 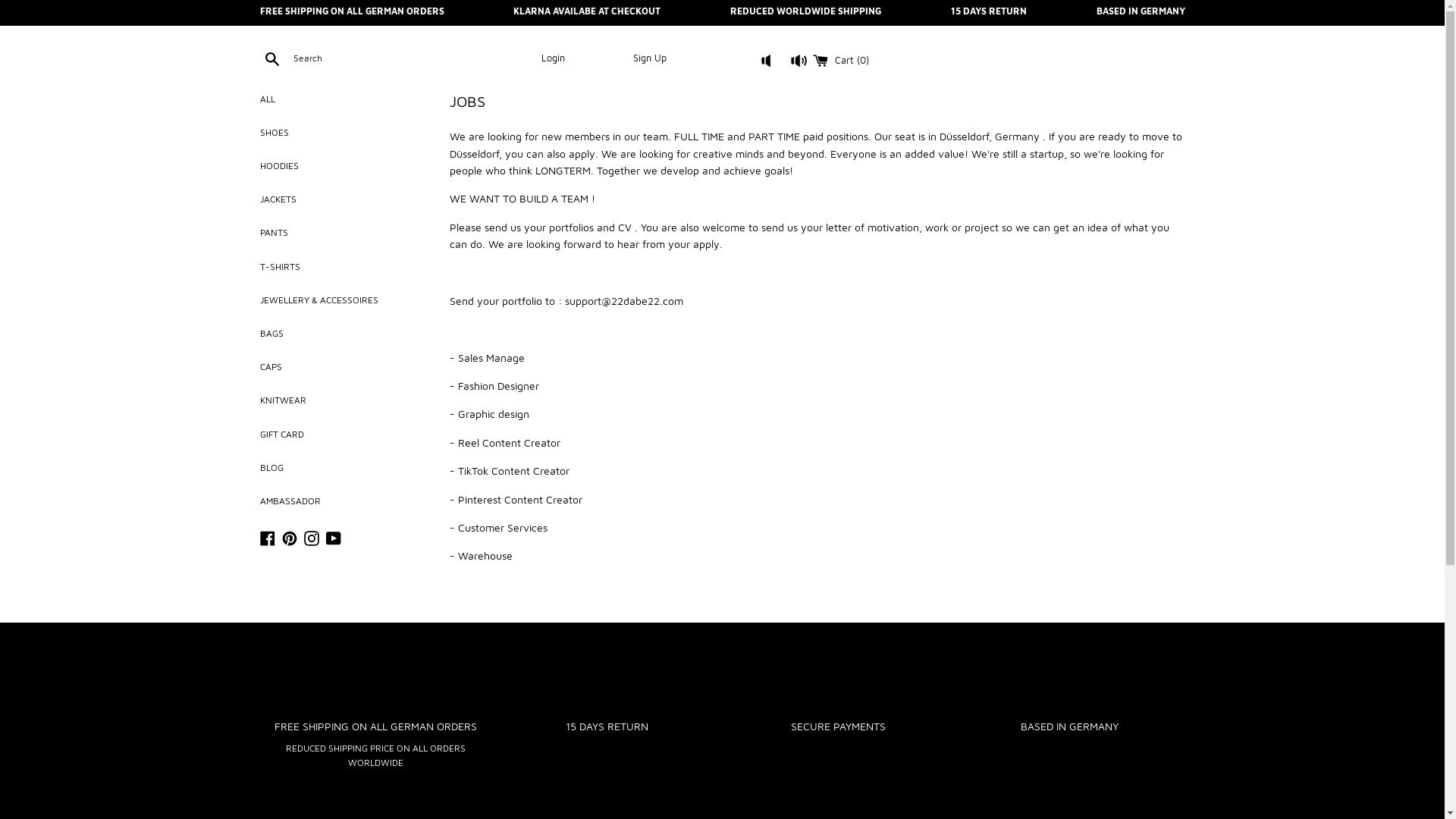 What do you see at coordinates (341, 198) in the screenshot?
I see `'JACKETS'` at bounding box center [341, 198].